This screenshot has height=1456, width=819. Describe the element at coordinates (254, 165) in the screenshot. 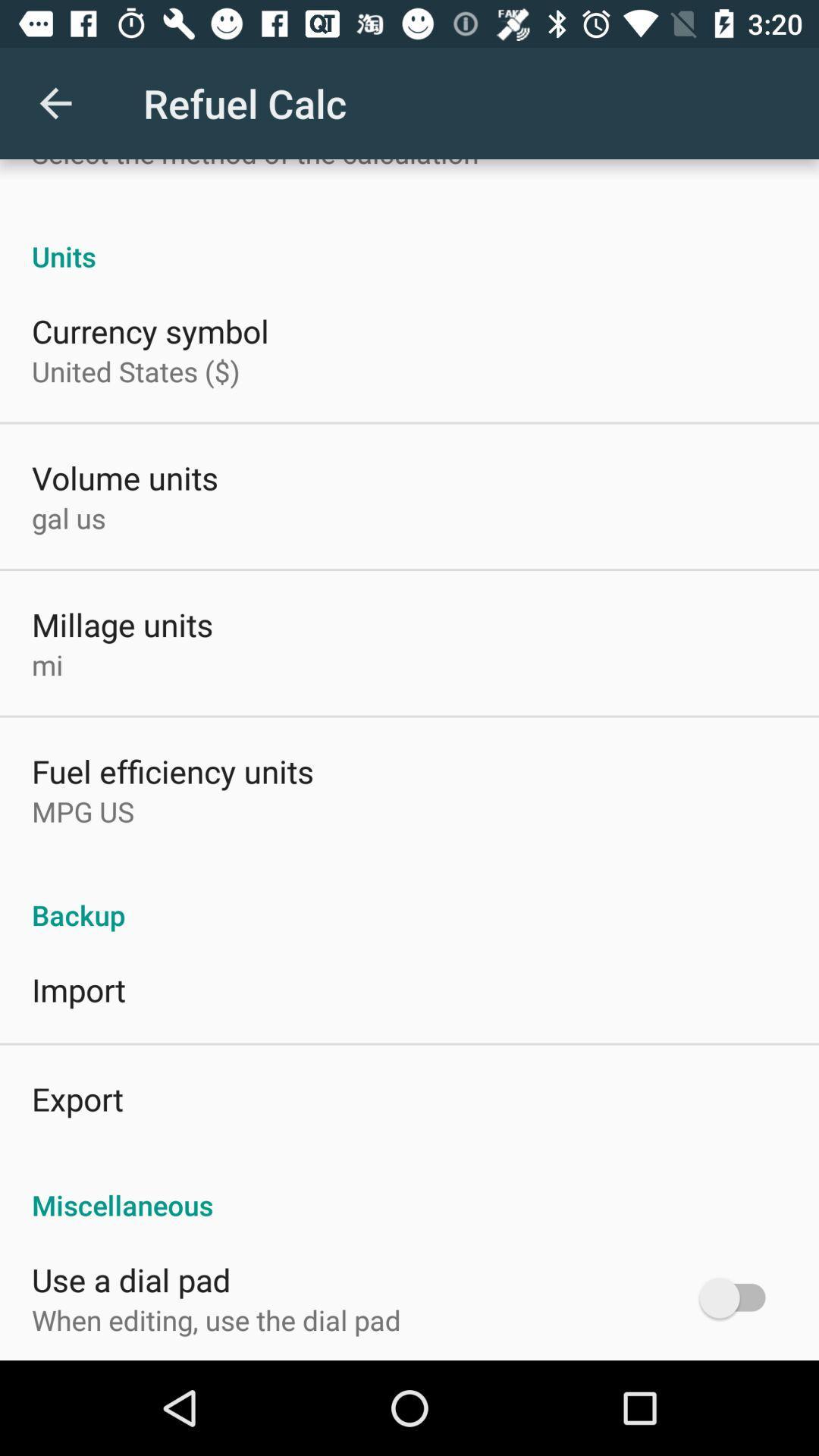

I see `the select the method app` at that location.